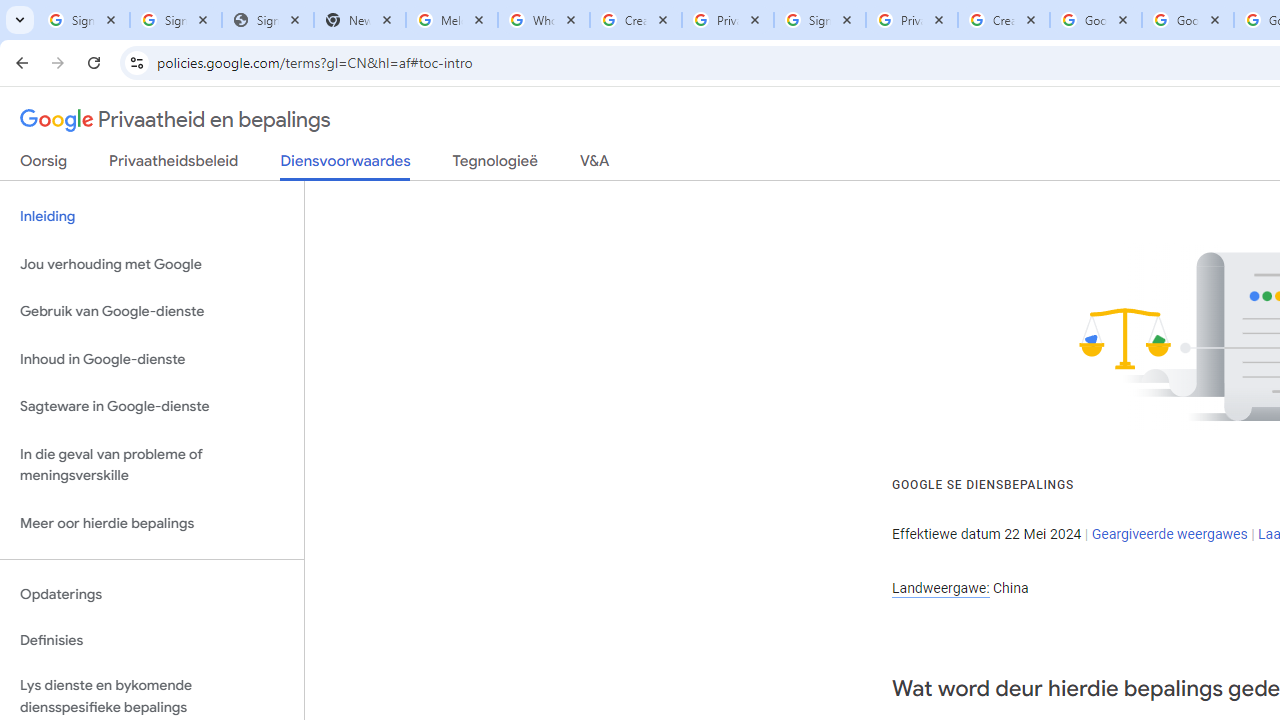 This screenshot has height=720, width=1280. What do you see at coordinates (151, 263) in the screenshot?
I see `'Jou verhouding met Google'` at bounding box center [151, 263].